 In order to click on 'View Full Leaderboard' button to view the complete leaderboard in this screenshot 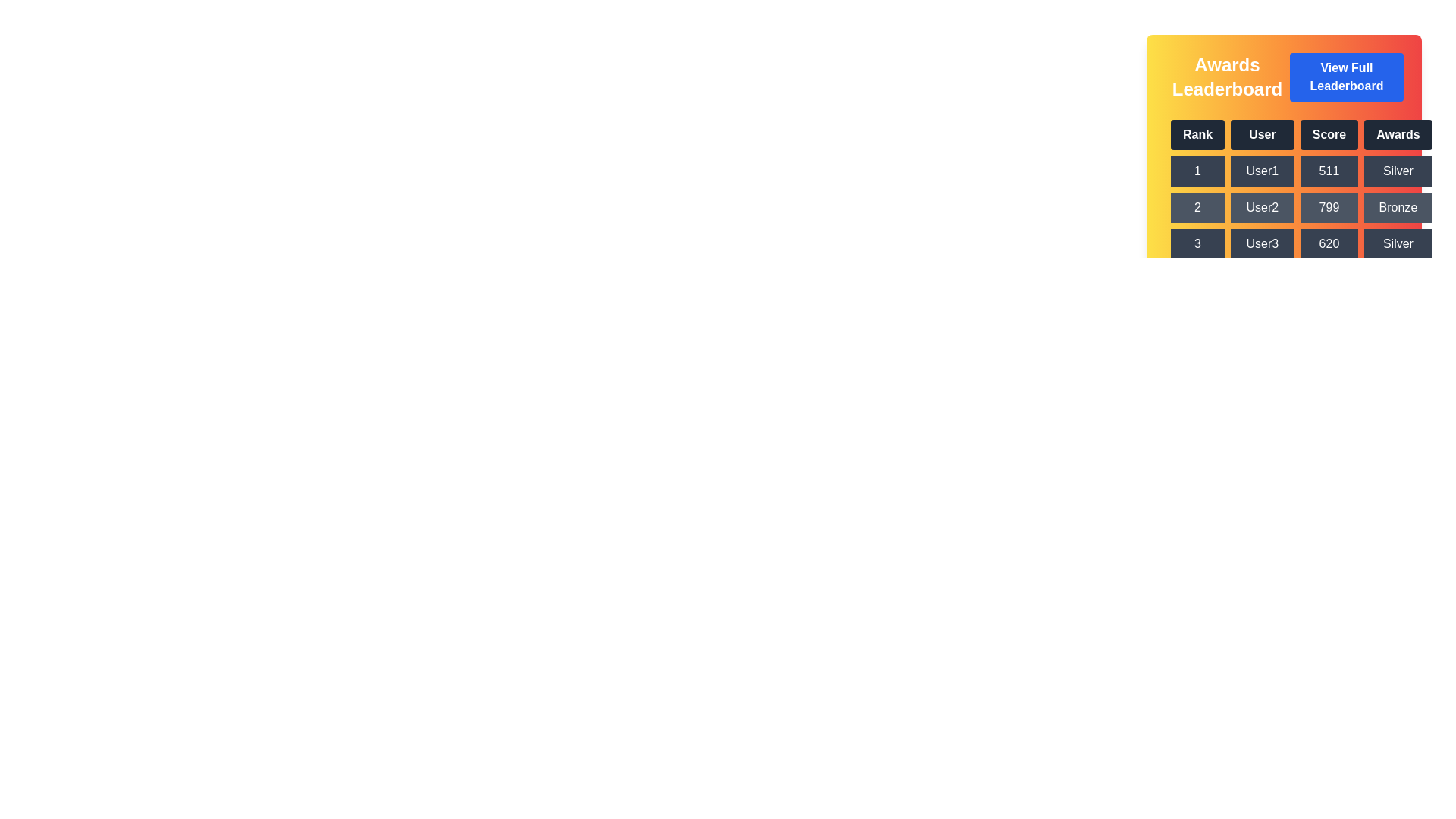, I will do `click(1347, 77)`.